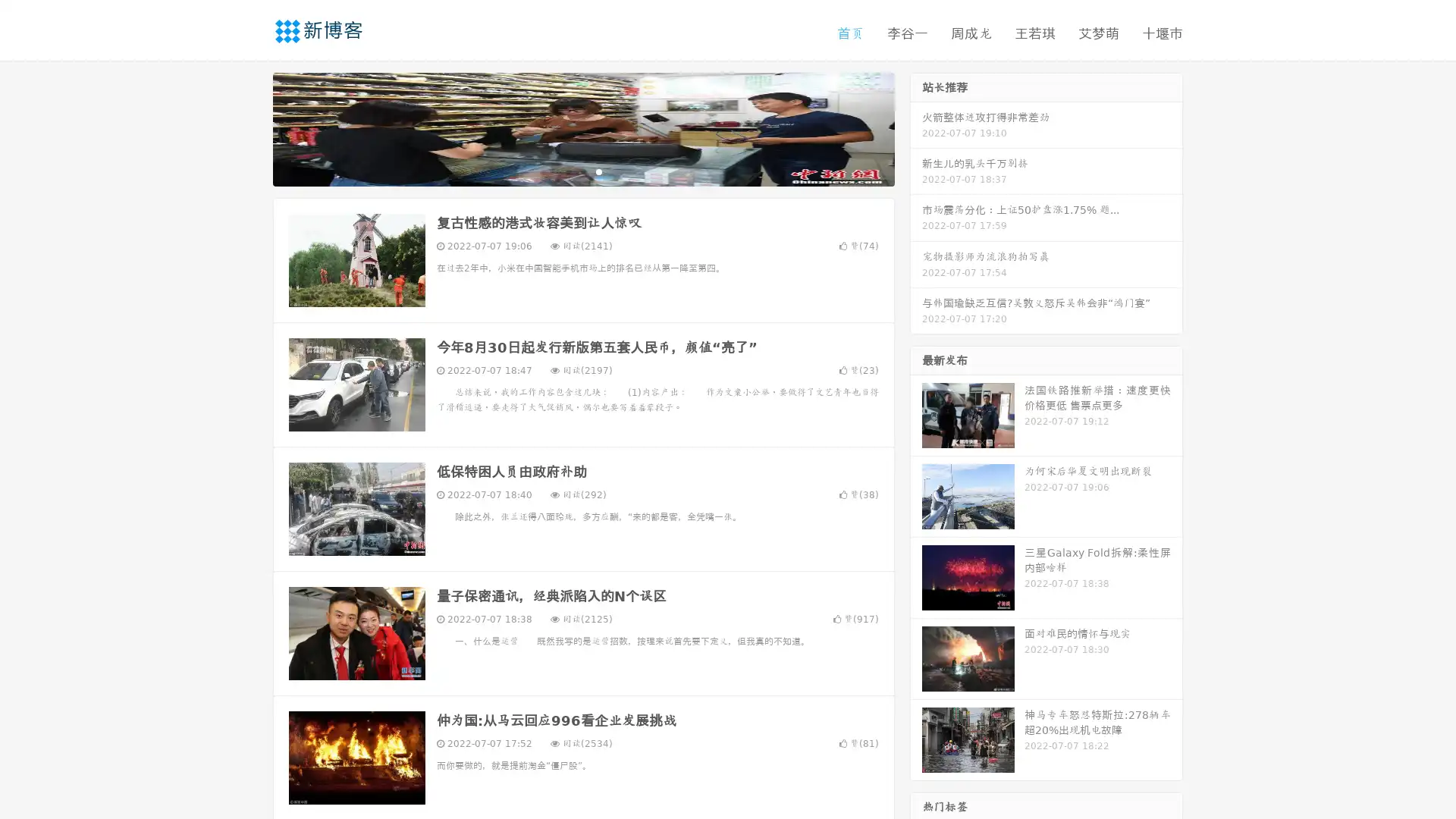 The height and width of the screenshot is (819, 1456). What do you see at coordinates (582, 171) in the screenshot?
I see `Go to slide 2` at bounding box center [582, 171].